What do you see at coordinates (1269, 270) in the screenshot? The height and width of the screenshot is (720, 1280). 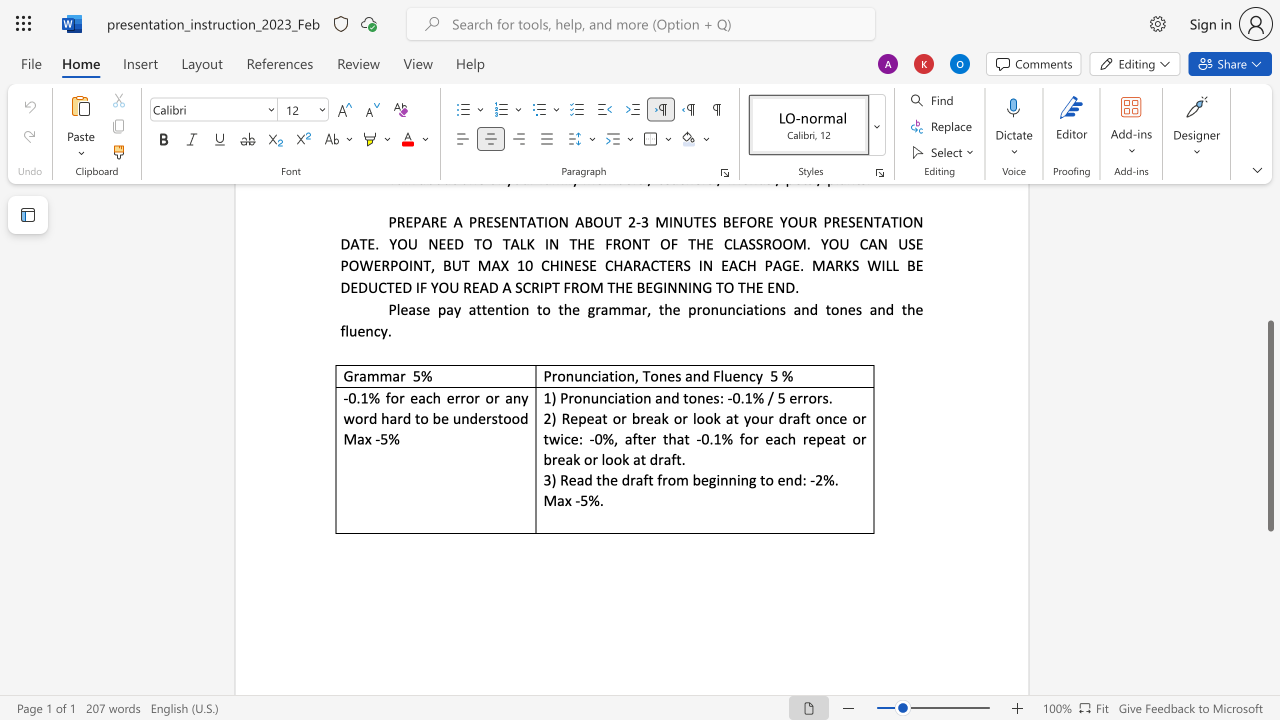 I see `the scrollbar on the right` at bounding box center [1269, 270].